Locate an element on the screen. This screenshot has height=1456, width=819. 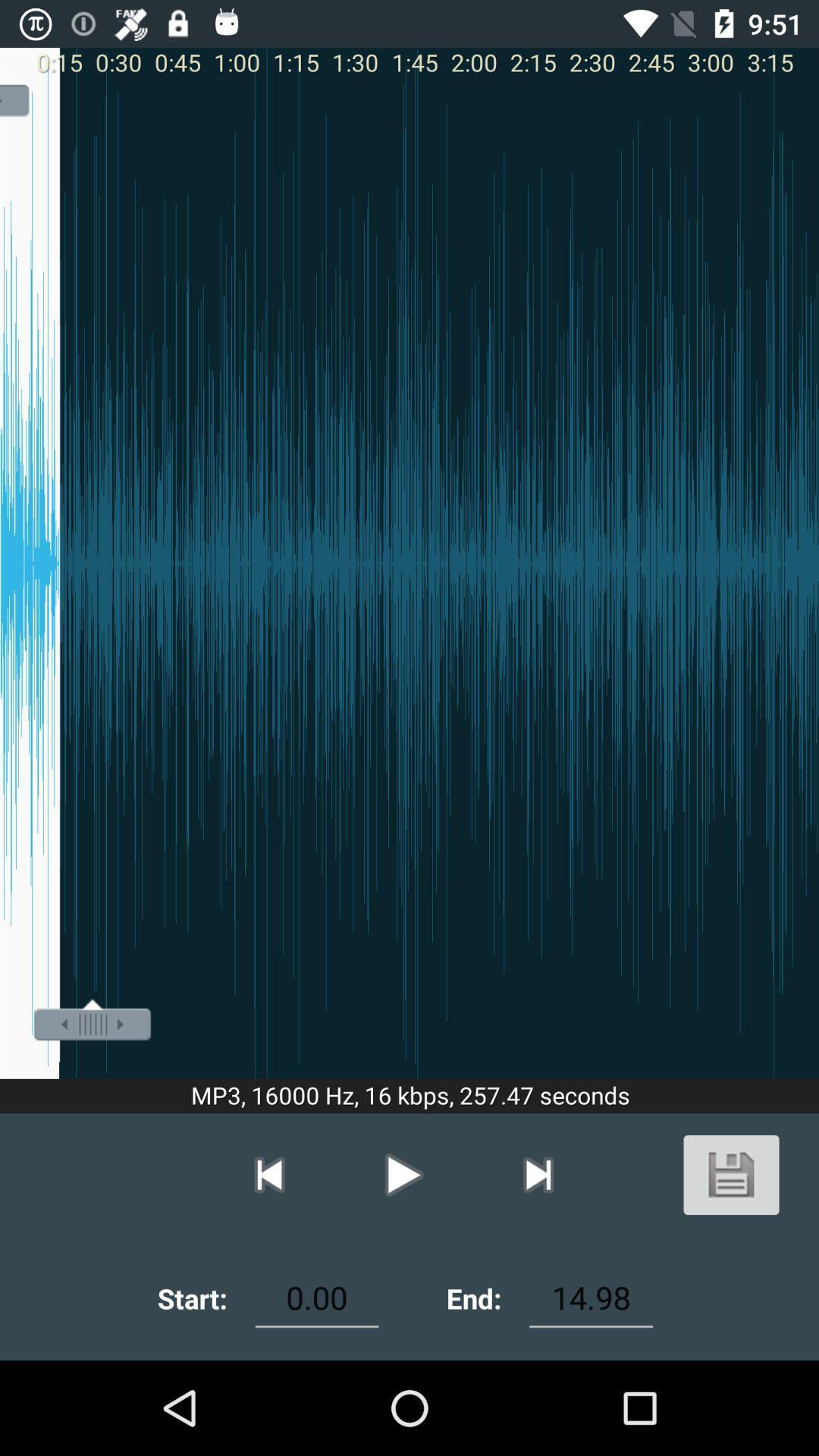
the button right to the play button is located at coordinates (537, 1174).